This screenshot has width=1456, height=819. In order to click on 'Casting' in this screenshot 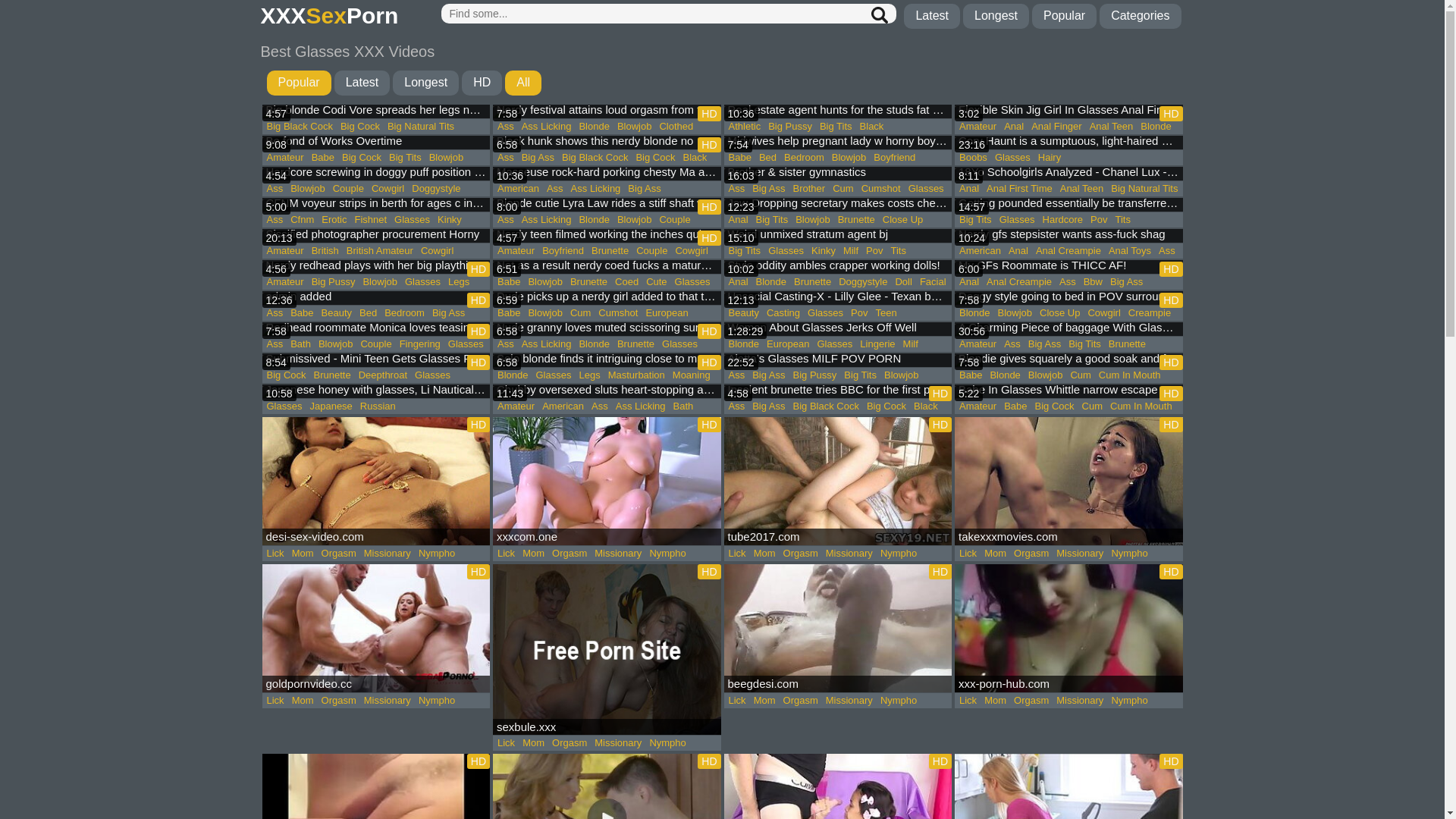, I will do `click(783, 312)`.